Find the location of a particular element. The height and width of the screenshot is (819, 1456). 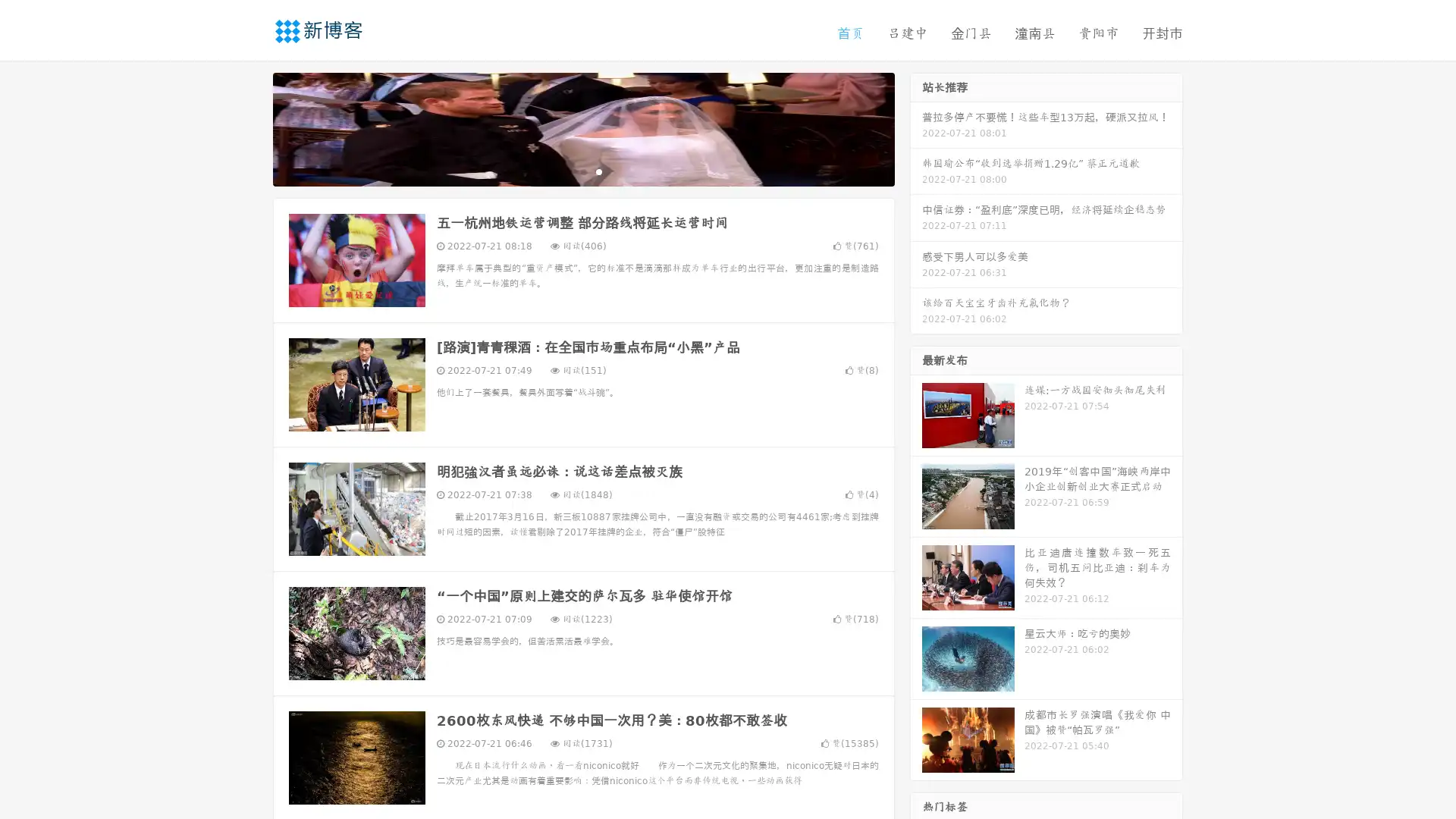

Go to slide 2 is located at coordinates (582, 171).